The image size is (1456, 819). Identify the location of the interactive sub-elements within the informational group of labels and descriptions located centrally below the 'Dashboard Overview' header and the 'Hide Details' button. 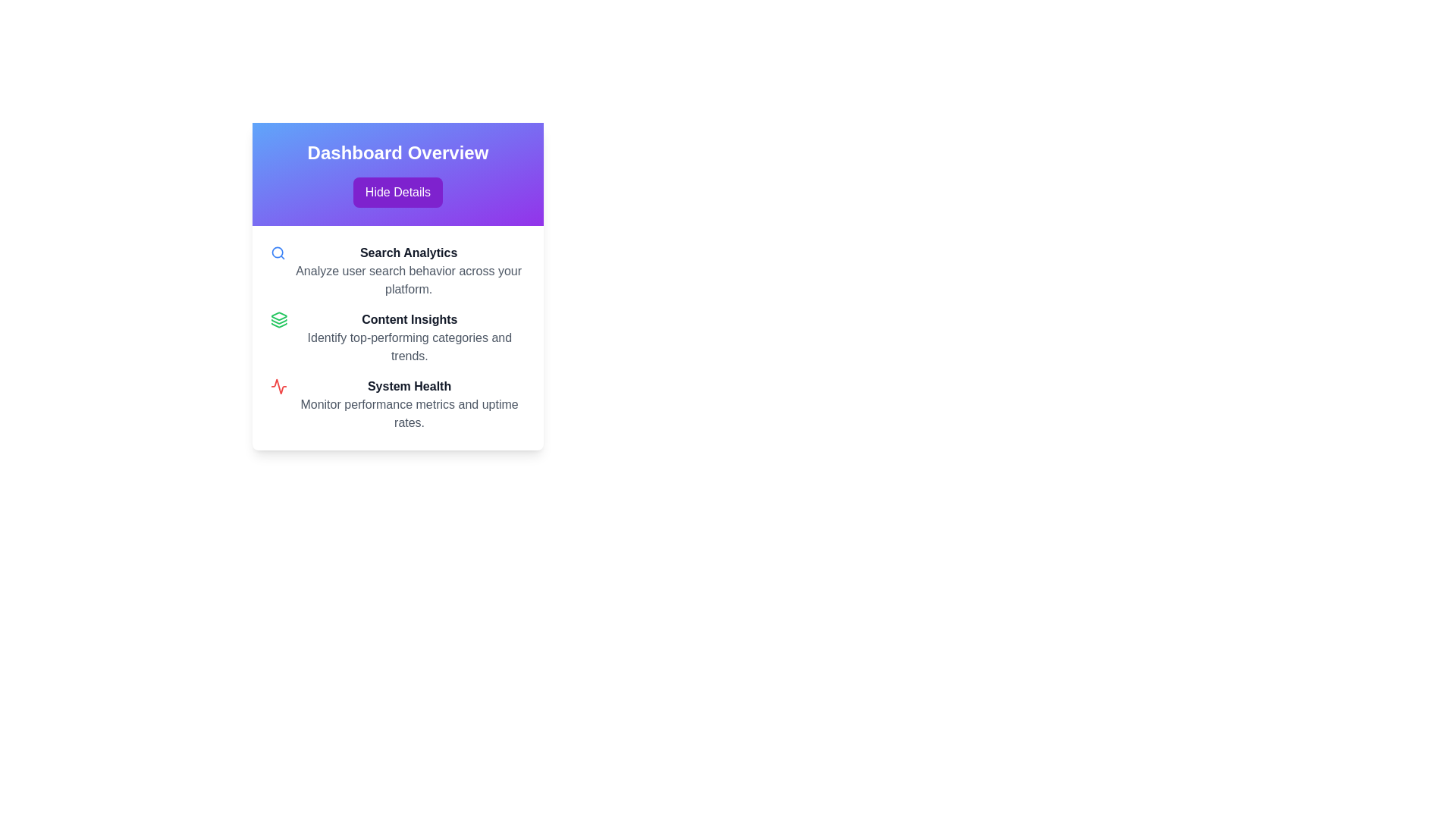
(397, 337).